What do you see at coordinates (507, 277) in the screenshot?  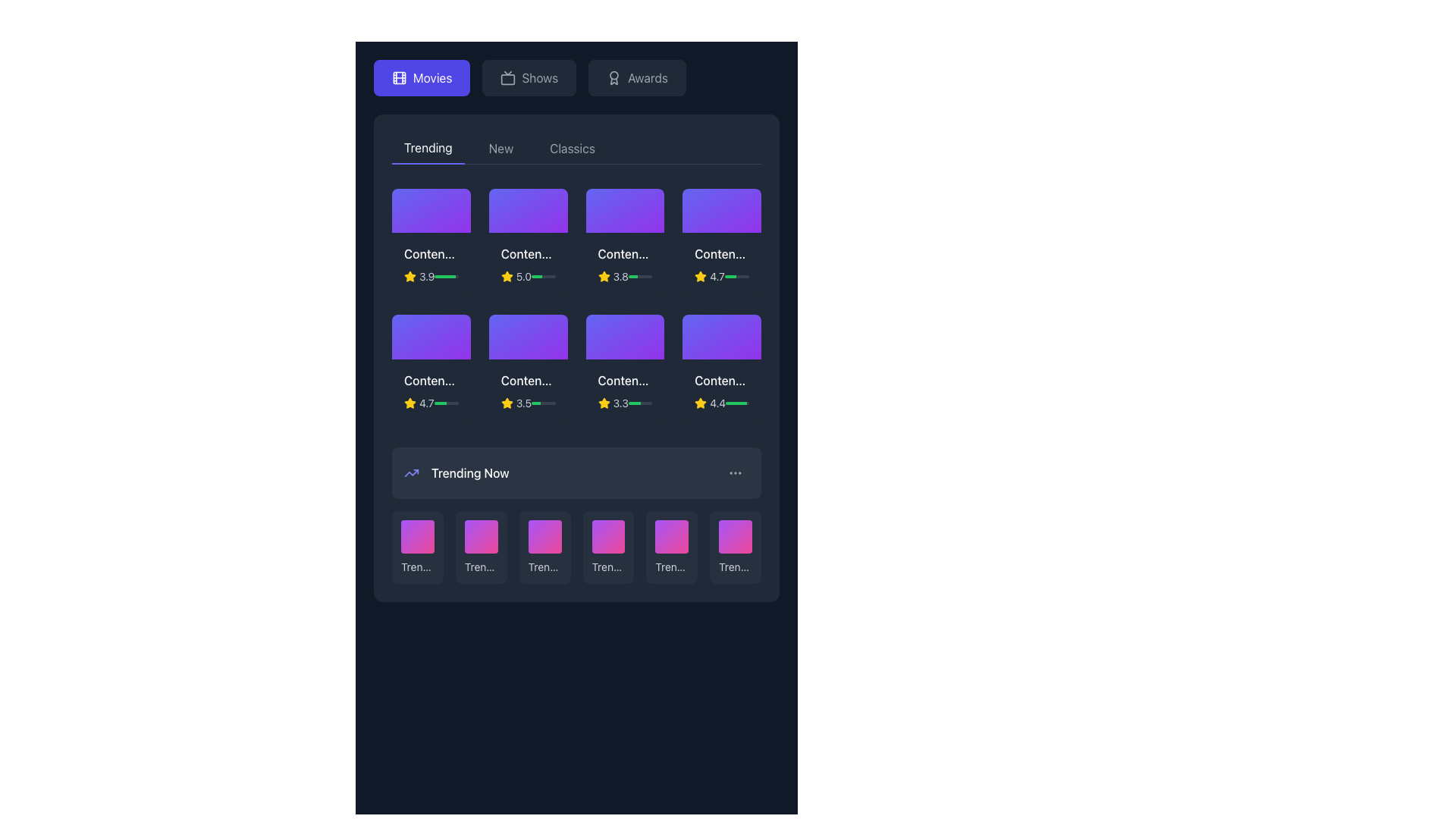 I see `the third star icon in the 'Trending' section, which indicates the rating for the associated content item` at bounding box center [507, 277].